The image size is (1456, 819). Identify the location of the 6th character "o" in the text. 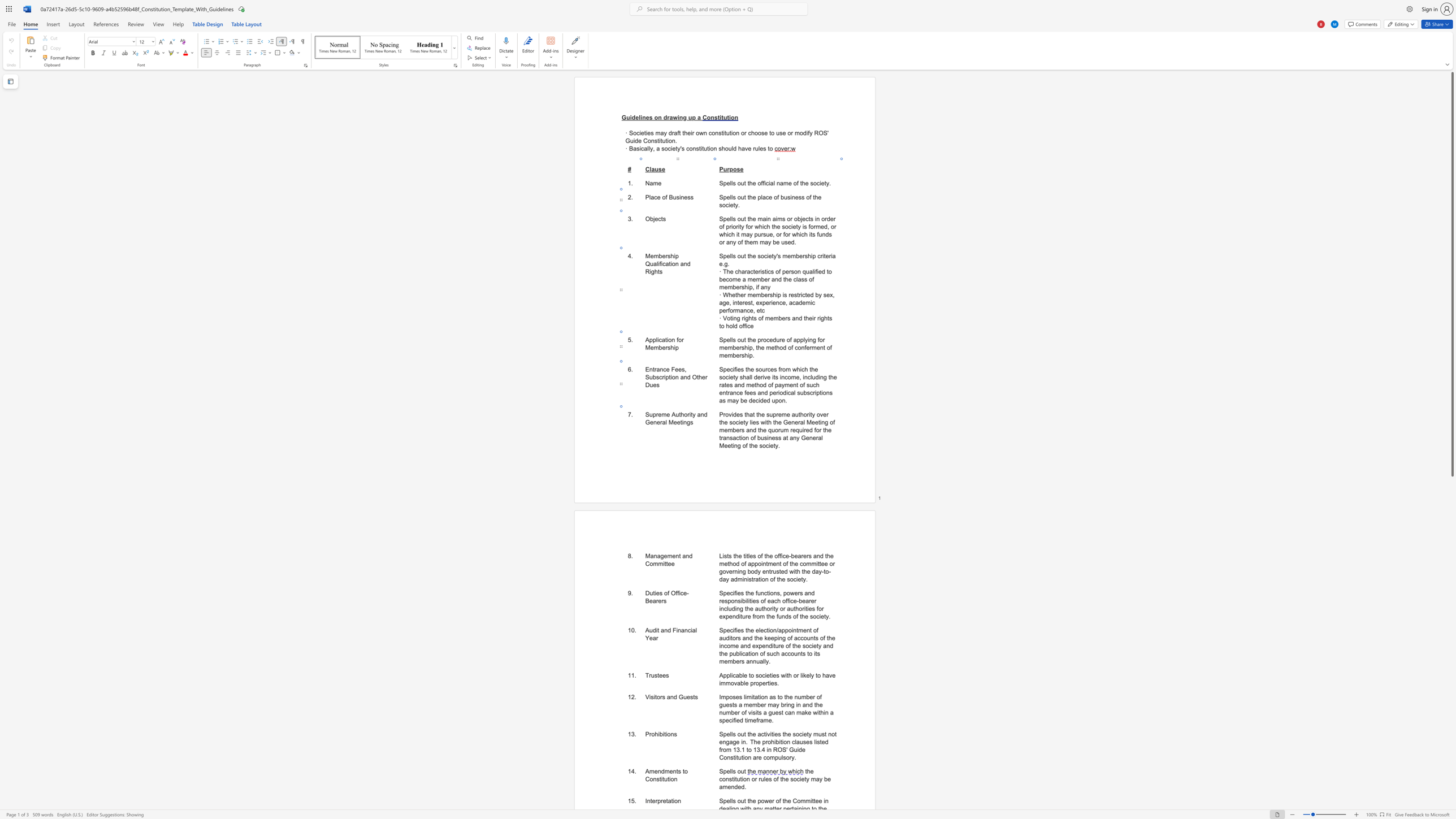
(768, 608).